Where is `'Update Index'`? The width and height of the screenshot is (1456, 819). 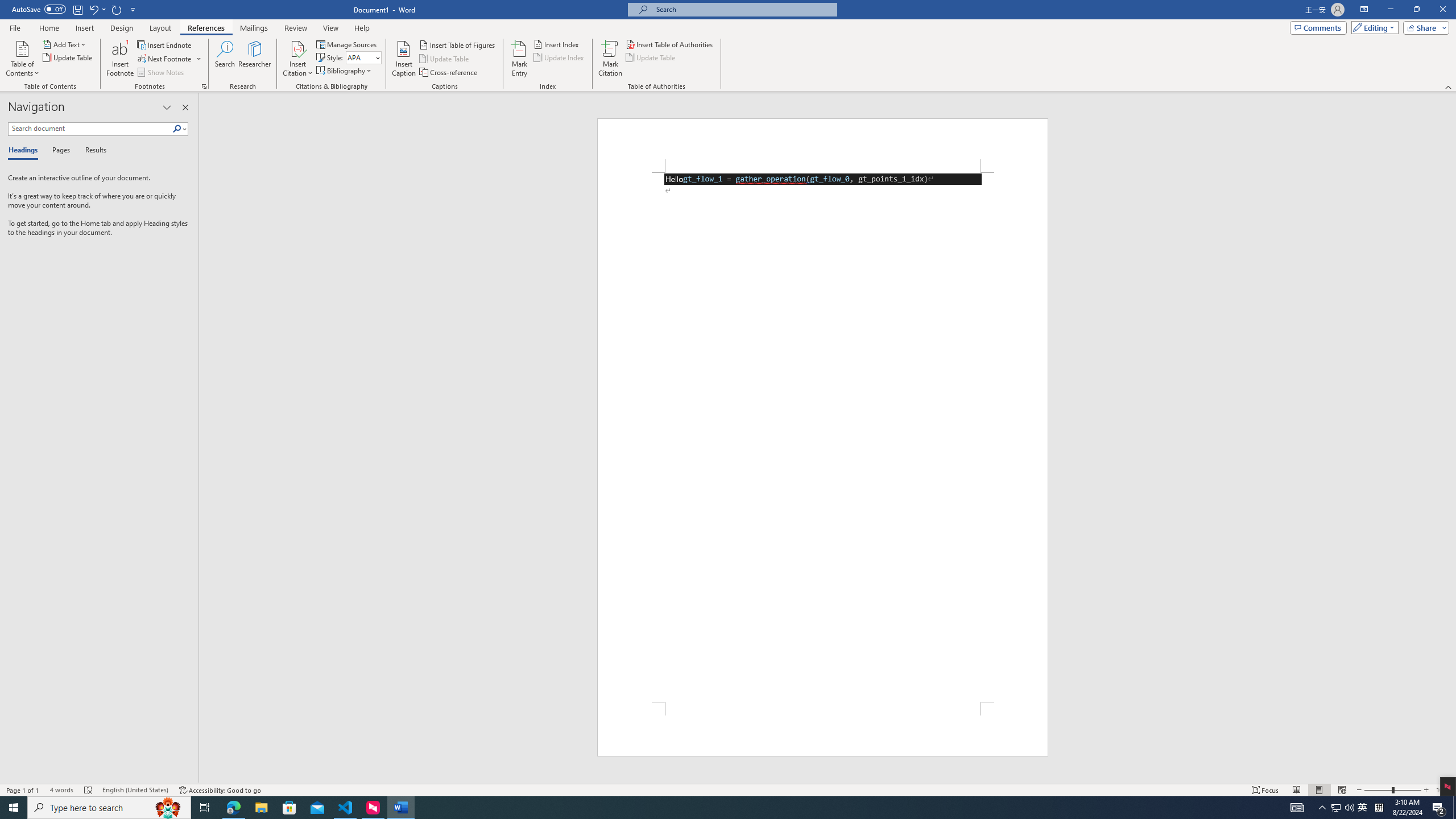 'Update Index' is located at coordinates (559, 56).